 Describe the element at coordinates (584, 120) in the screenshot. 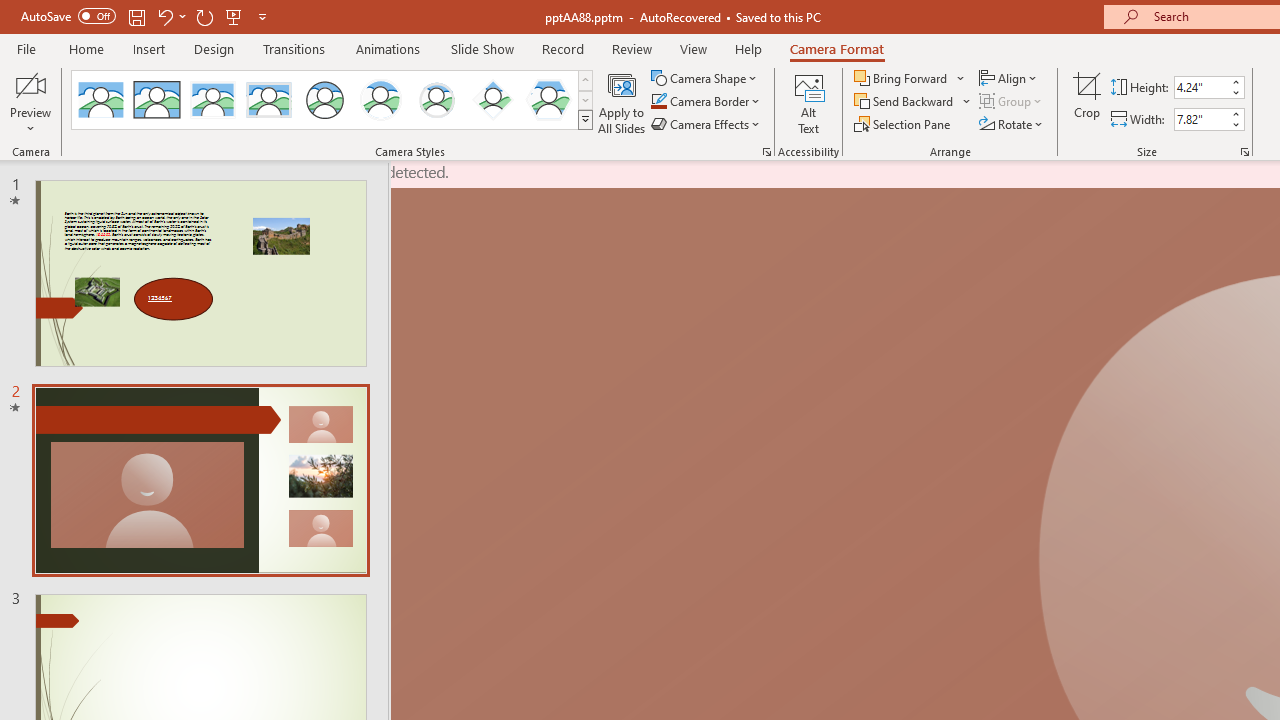

I see `'Camera Styles'` at that location.